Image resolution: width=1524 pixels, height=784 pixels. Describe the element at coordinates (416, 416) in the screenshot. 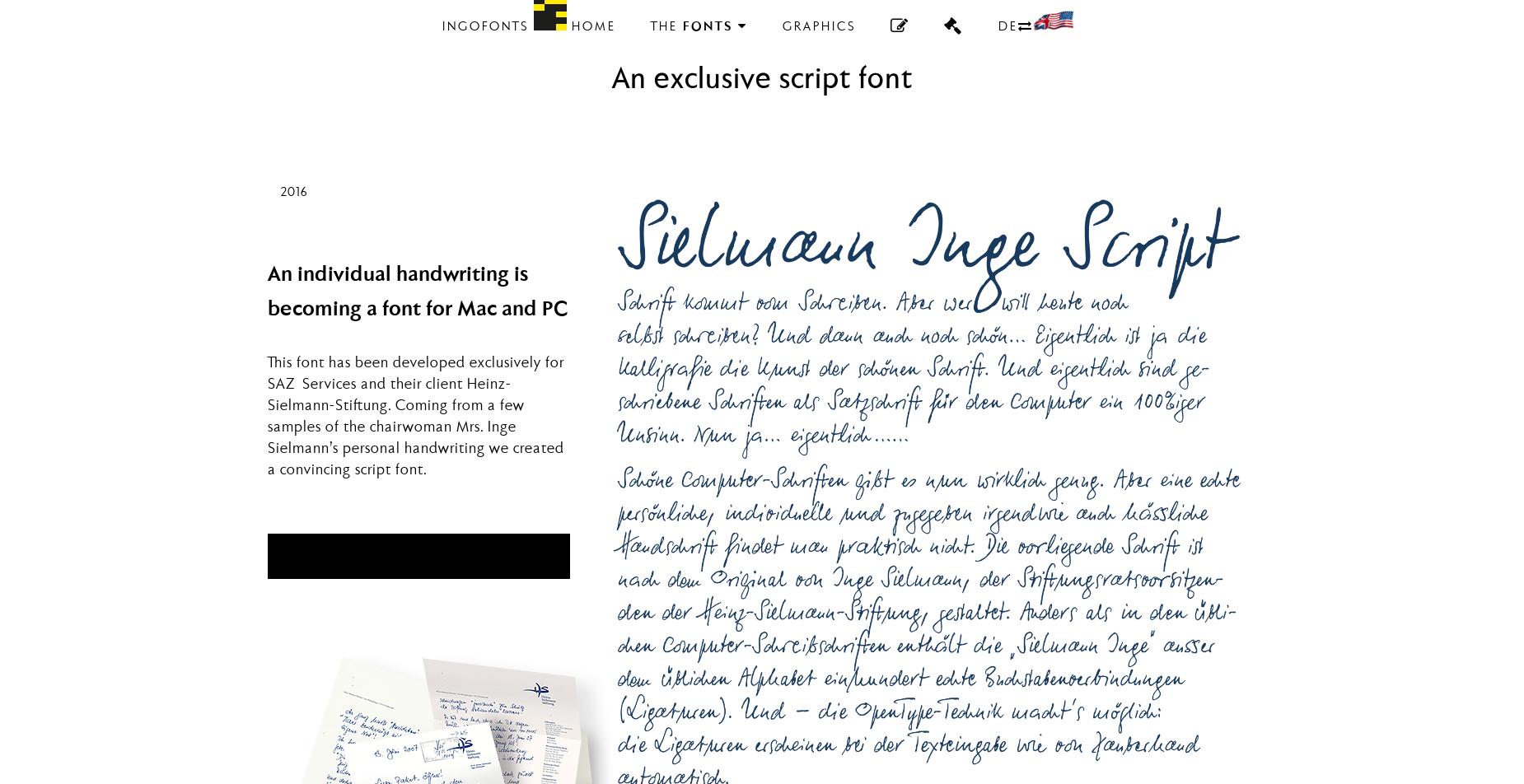

I see `'This font has been developed exclusively for SAZ Services and their client Heinz-Sielmann-Stiftung. Coming from a few samples of the chairwoman Mrs. Inge Sielmann’s personal handwriting we created a convincing script font.'` at that location.